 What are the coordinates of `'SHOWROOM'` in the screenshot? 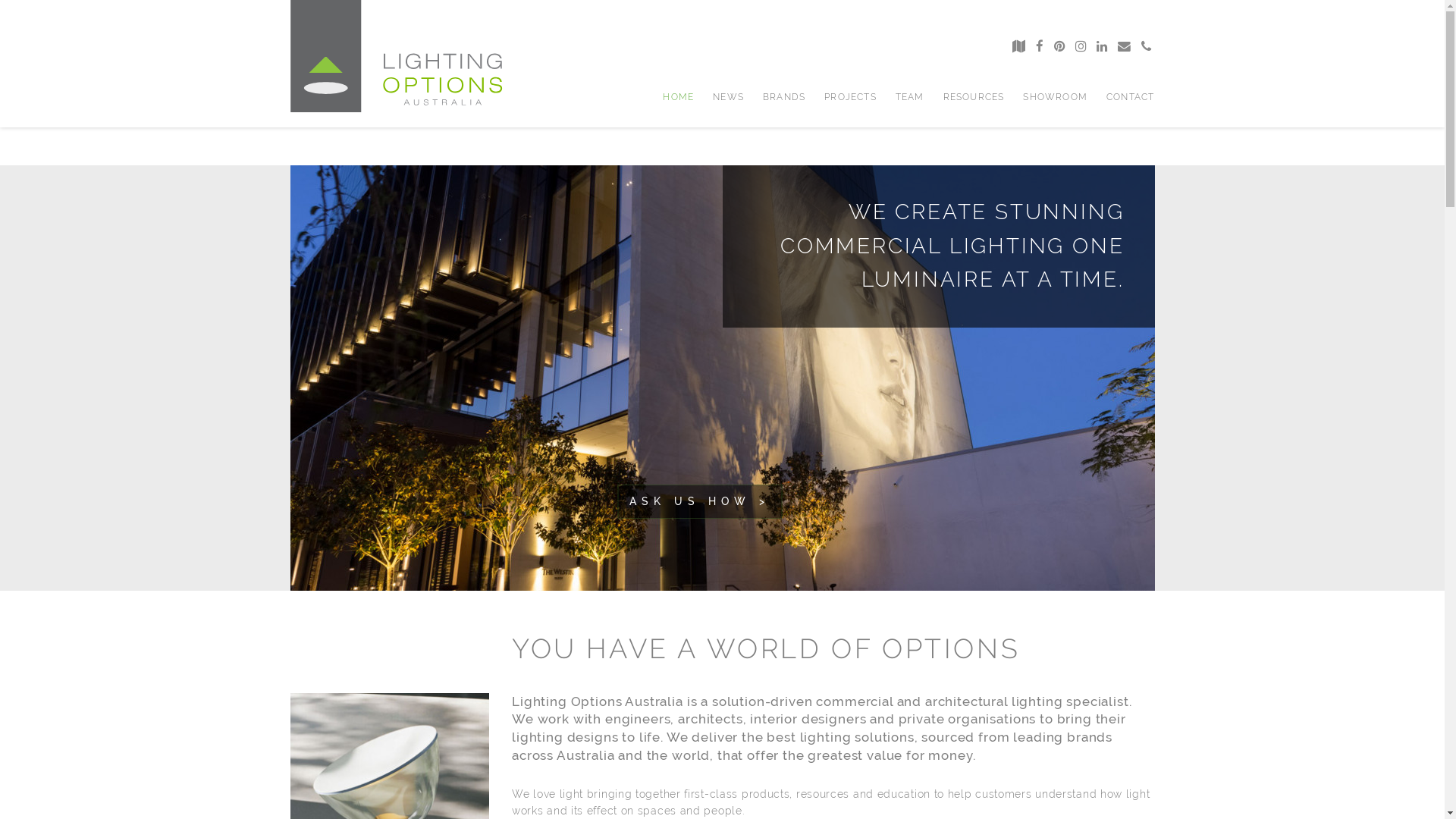 It's located at (1054, 96).